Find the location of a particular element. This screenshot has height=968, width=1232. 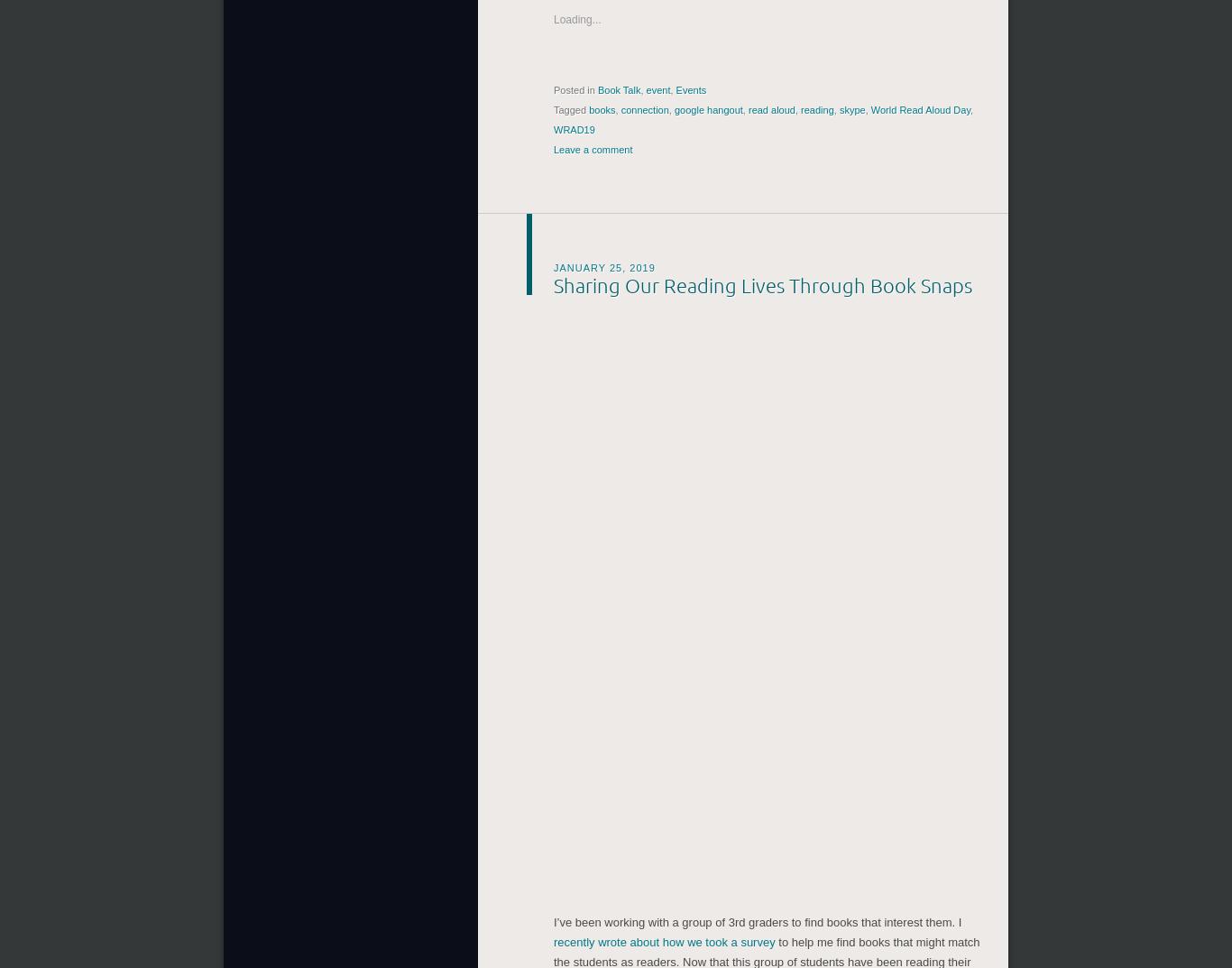

'read aloud' is located at coordinates (769, 106).